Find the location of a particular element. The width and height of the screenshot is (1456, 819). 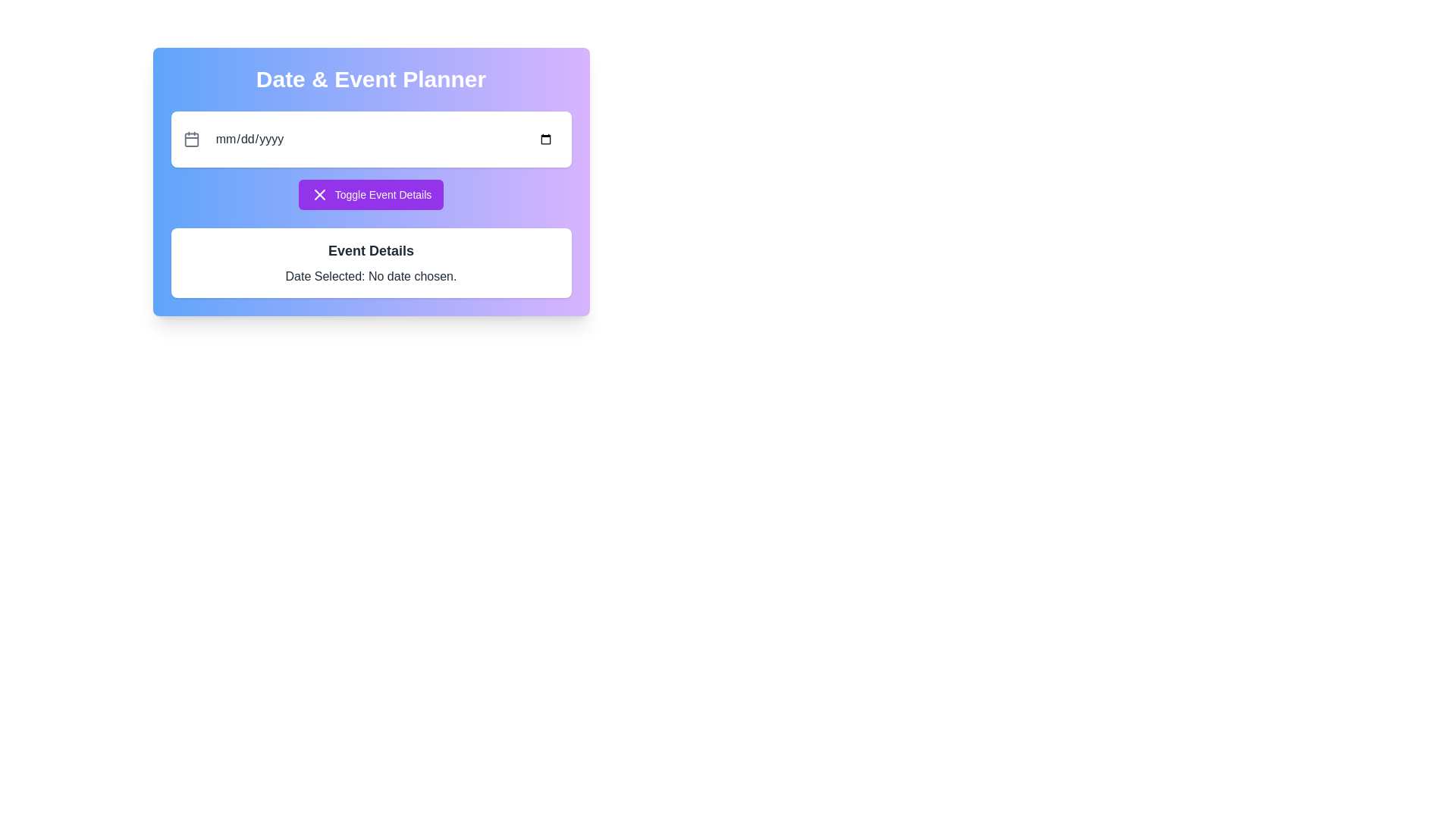

the text label displaying the current date selection status, located in the 'Event Details' section below the 'Date & Event Planner' panel is located at coordinates (371, 277).